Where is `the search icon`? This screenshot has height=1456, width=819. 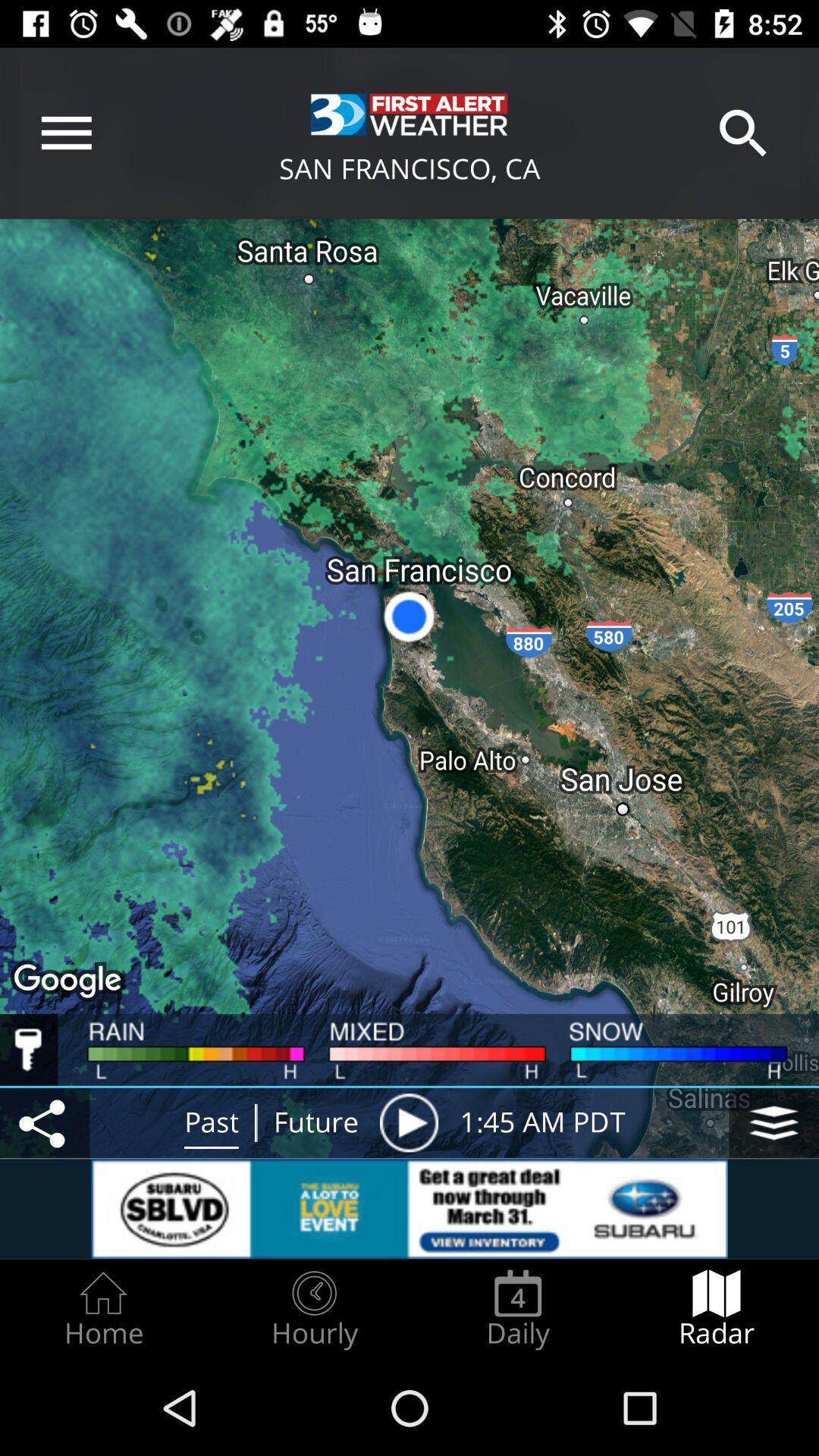 the search icon is located at coordinates (742, 133).